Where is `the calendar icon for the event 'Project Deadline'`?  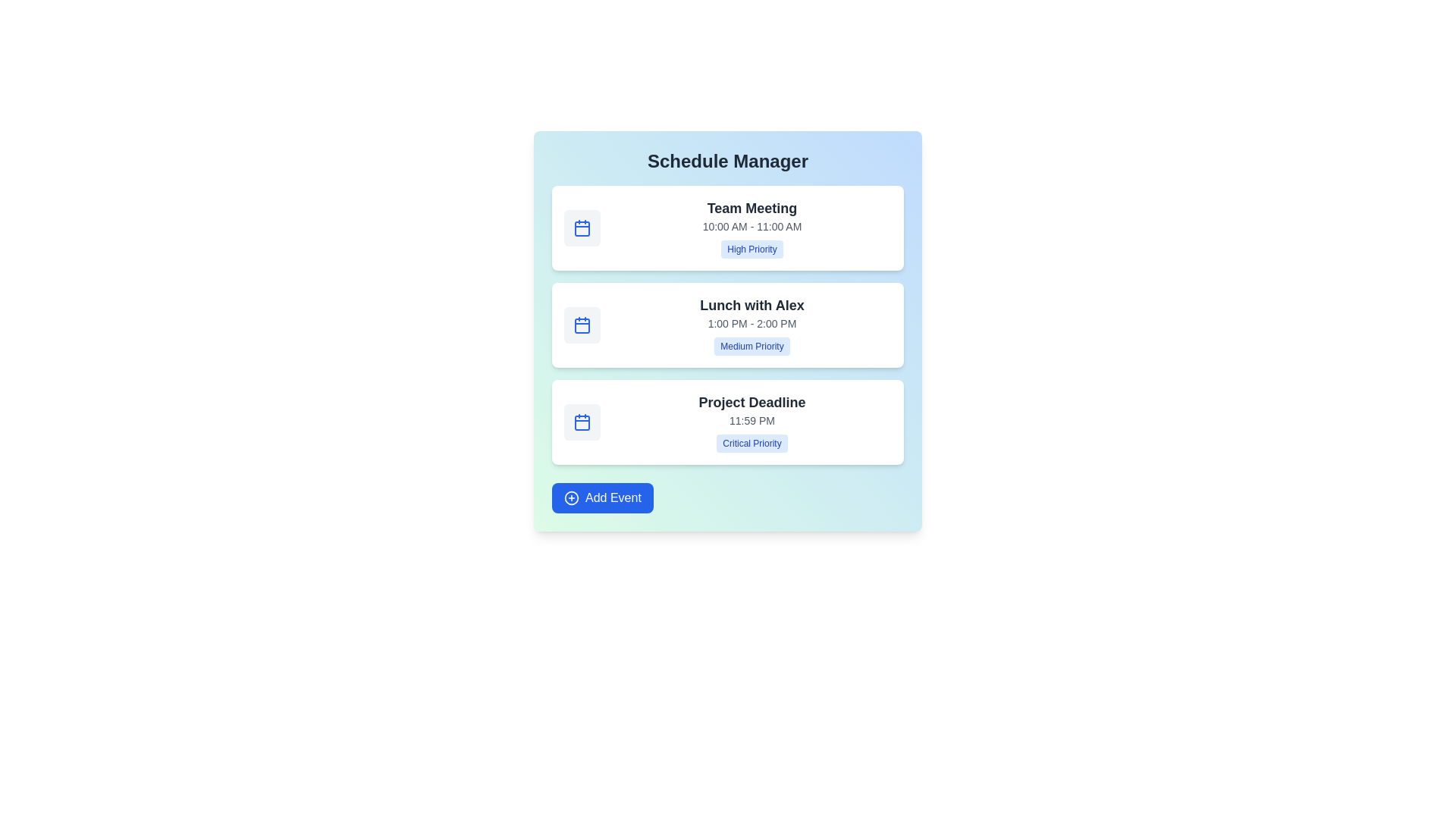
the calendar icon for the event 'Project Deadline' is located at coordinates (582, 422).